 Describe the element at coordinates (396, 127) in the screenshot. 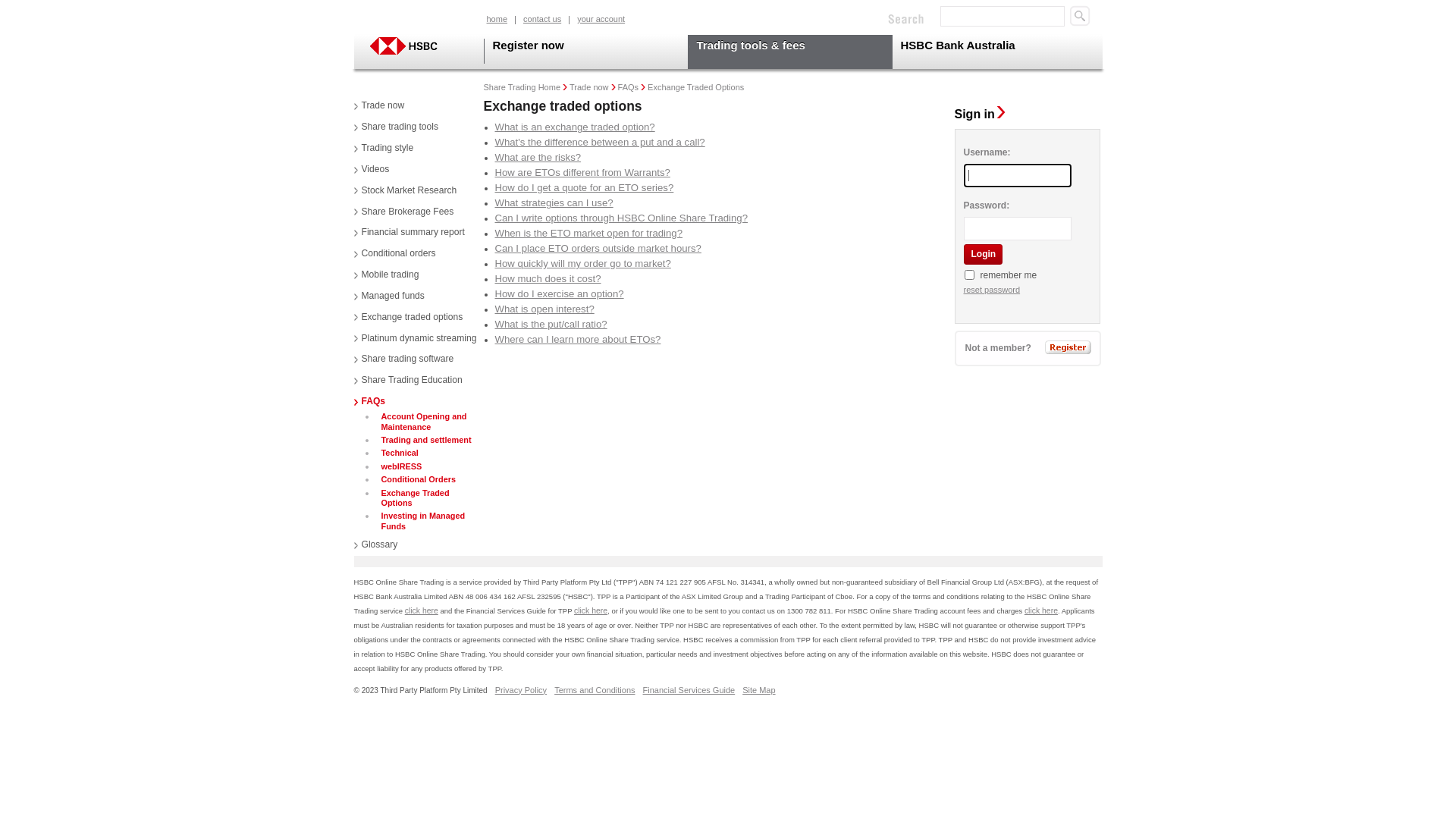

I see `'Share trading tools'` at that location.